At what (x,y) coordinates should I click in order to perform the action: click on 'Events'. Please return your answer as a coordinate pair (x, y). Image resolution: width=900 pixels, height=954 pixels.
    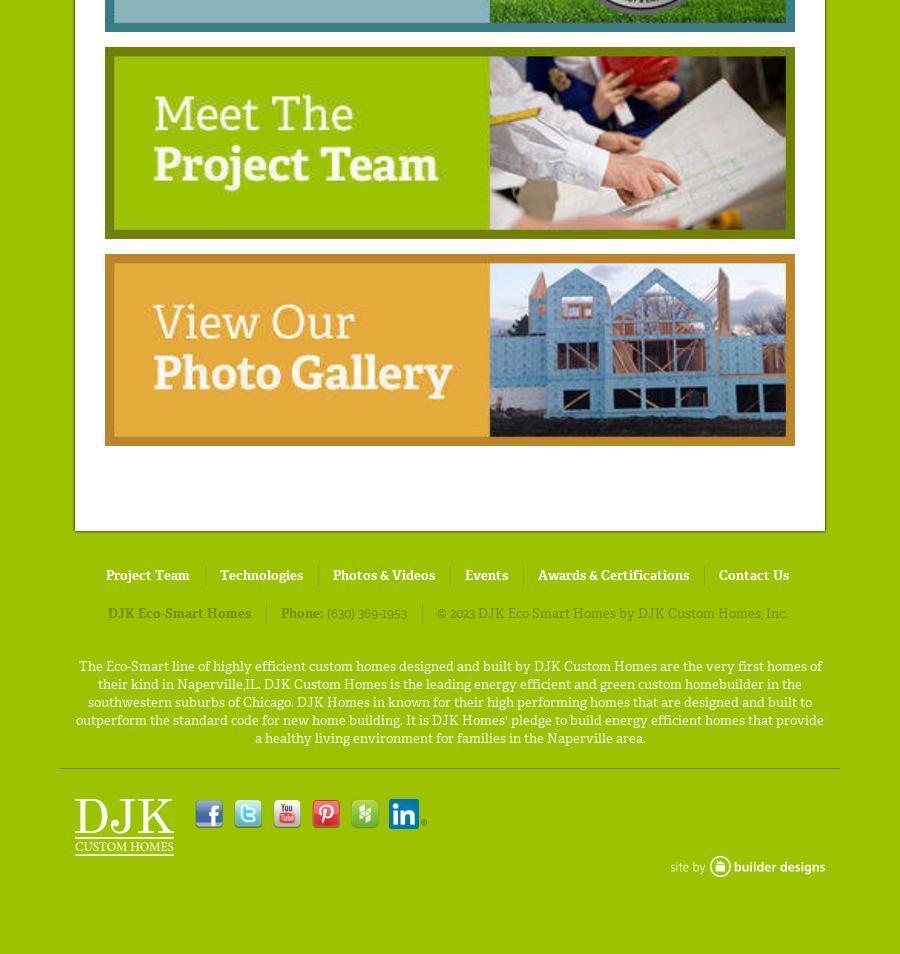
    Looking at the image, I should click on (485, 573).